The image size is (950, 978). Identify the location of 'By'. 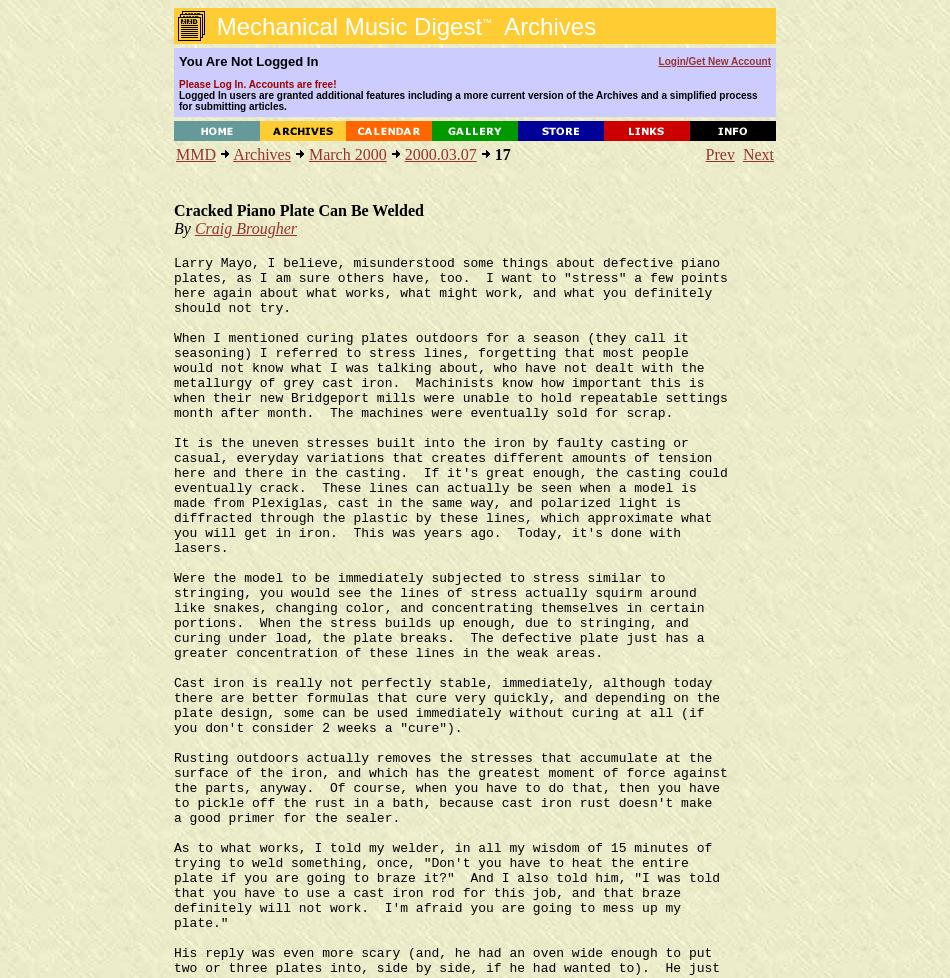
(184, 228).